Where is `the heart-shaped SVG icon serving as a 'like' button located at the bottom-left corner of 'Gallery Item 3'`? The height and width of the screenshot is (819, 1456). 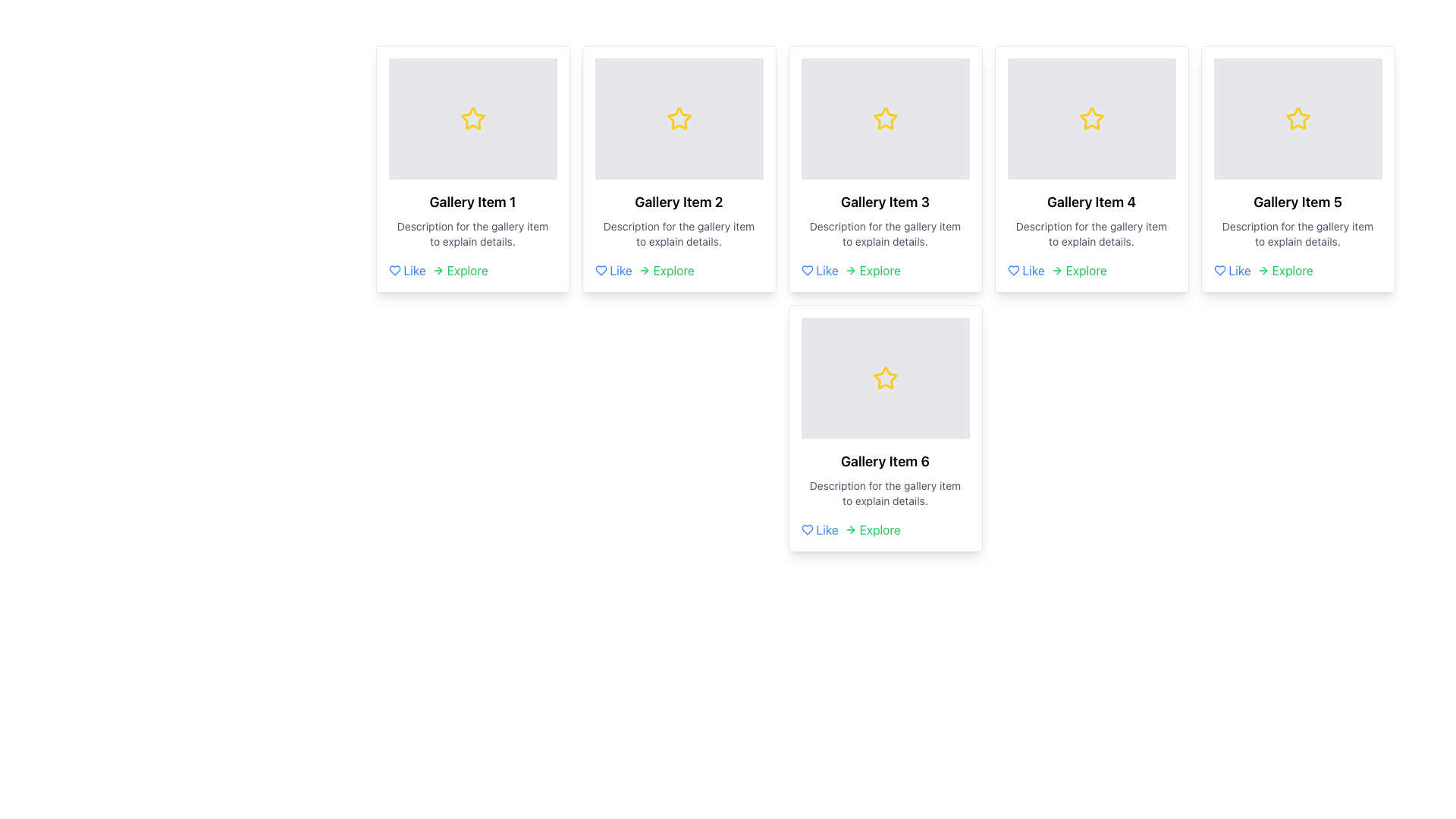 the heart-shaped SVG icon serving as a 'like' button located at the bottom-left corner of 'Gallery Item 3' is located at coordinates (806, 270).